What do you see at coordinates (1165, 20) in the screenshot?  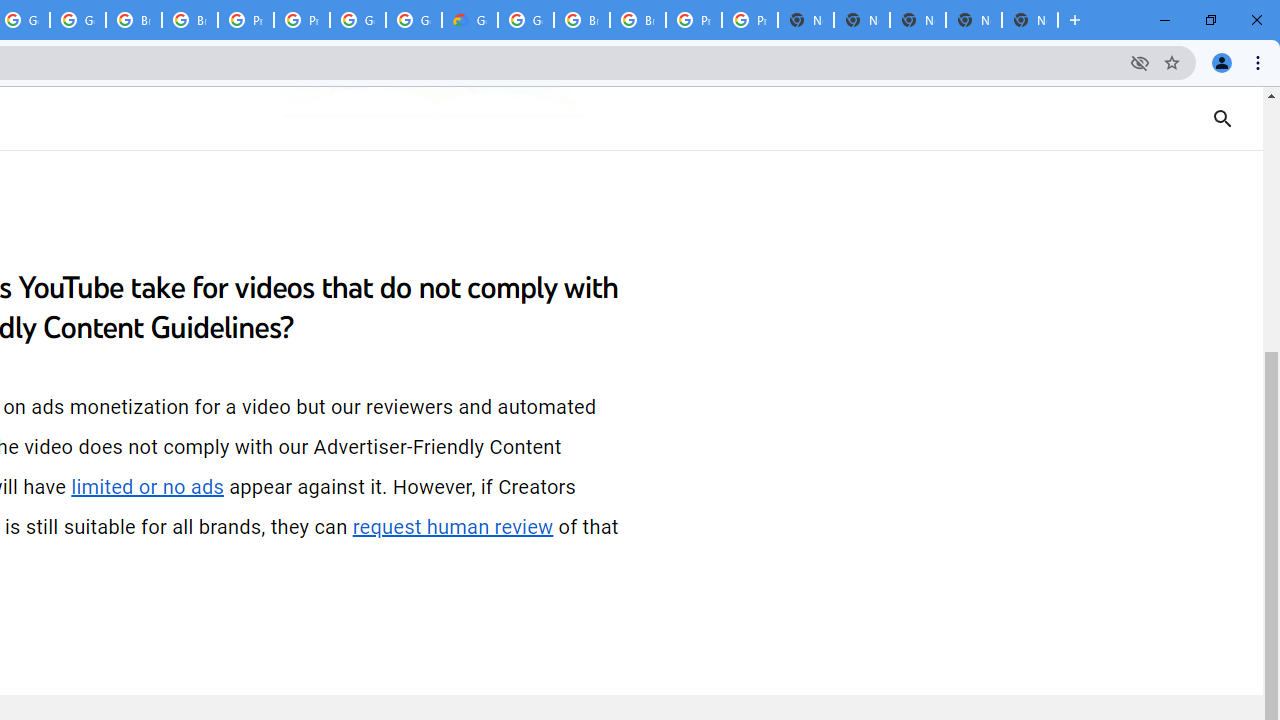 I see `'Minimize'` at bounding box center [1165, 20].